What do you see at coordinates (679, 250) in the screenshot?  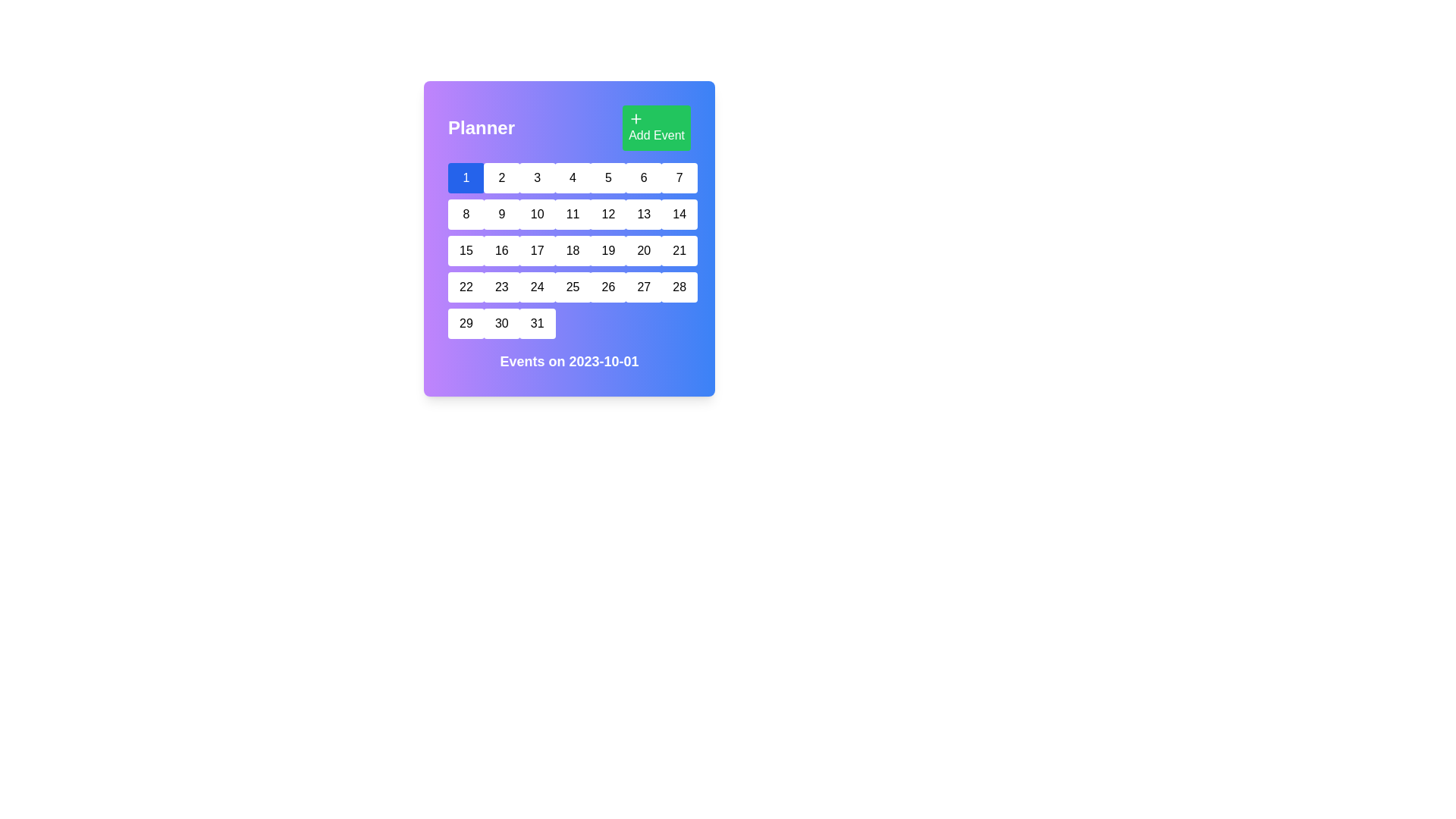 I see `the selectable day button representing the 21st of the month in the calendar` at bounding box center [679, 250].